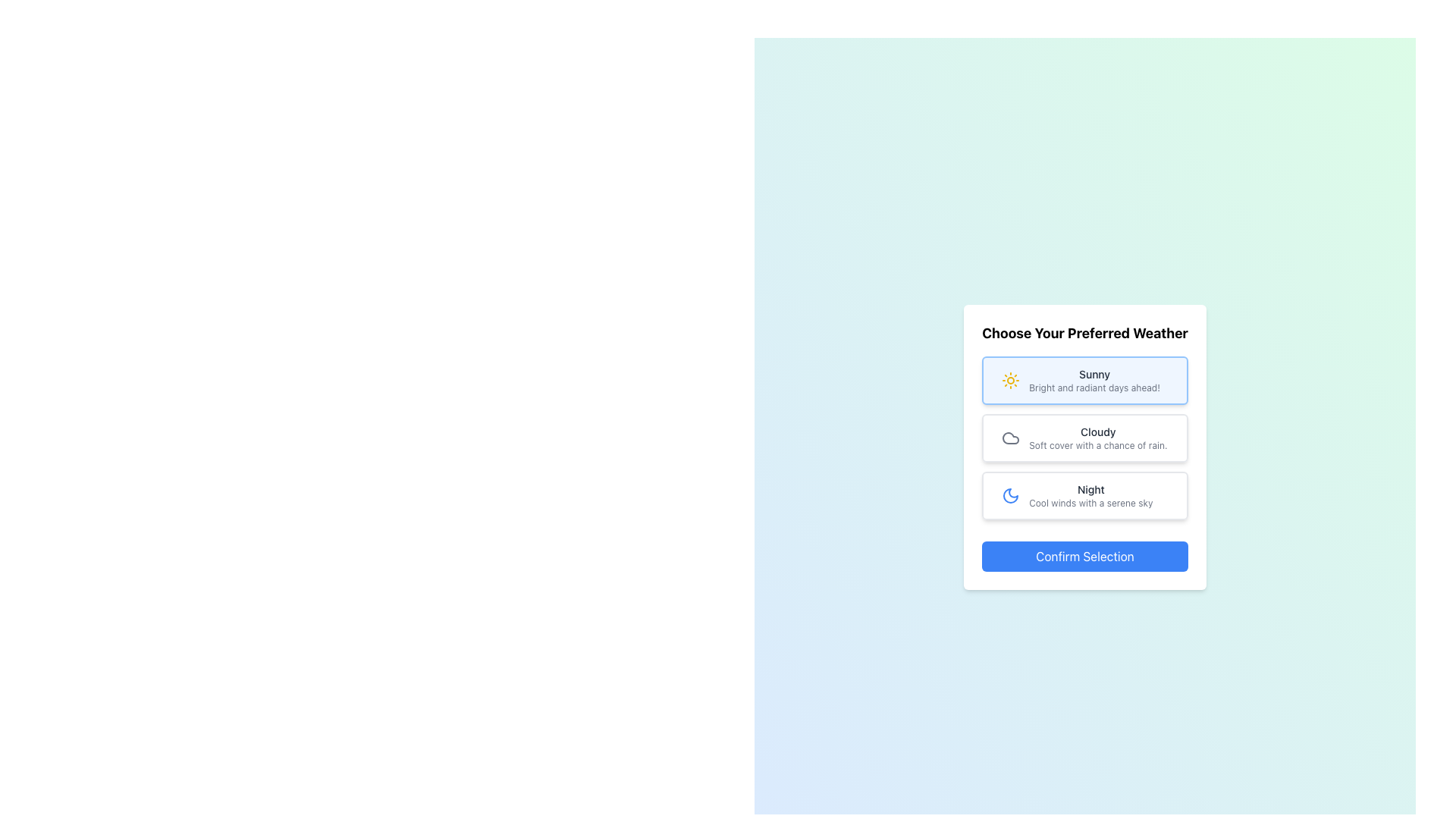  I want to click on the Title or Header Text element that serves as the main title for the weather options card, which is located at the top of the card component, so click(1084, 332).